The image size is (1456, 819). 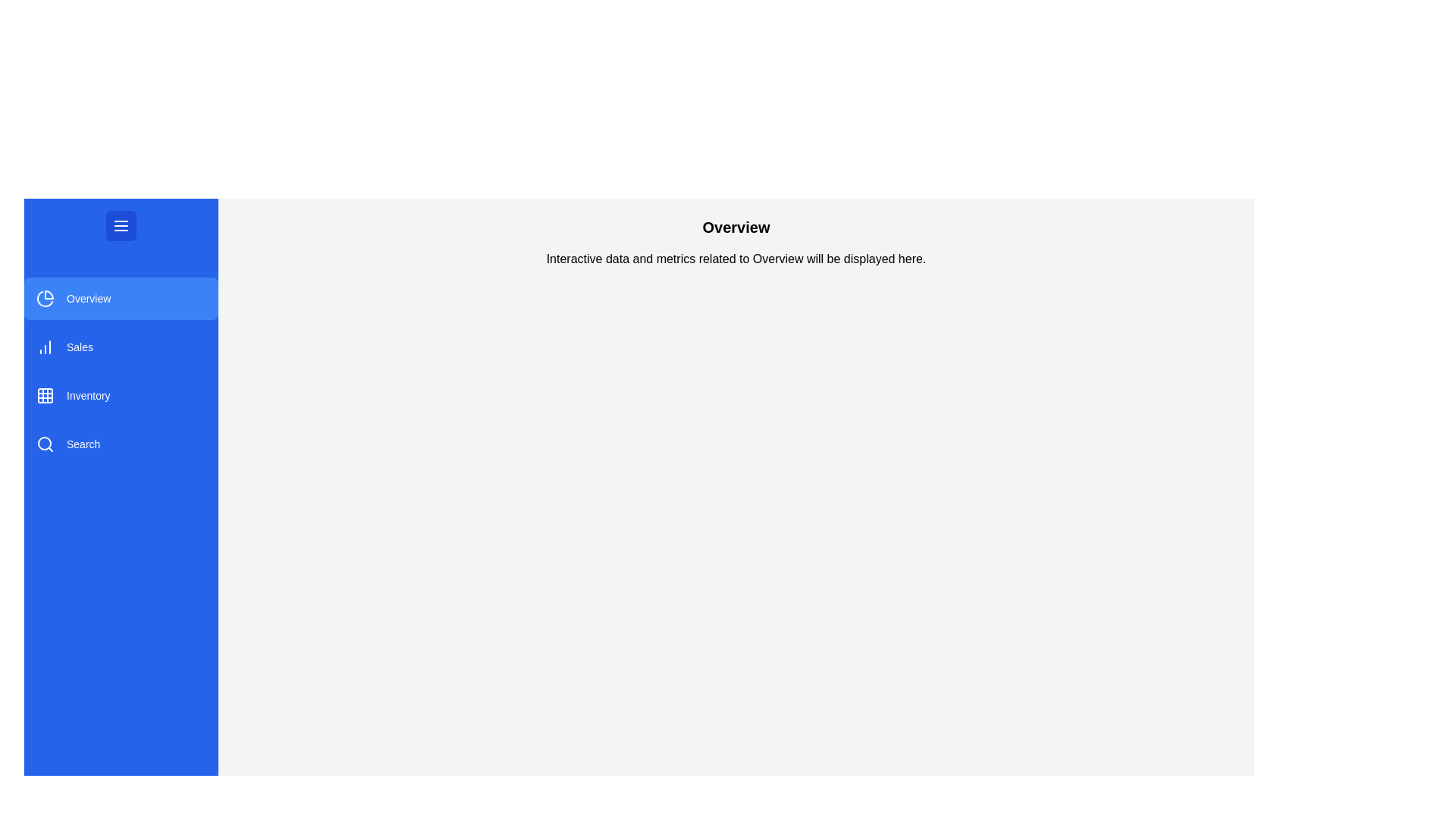 I want to click on the module Overview from the sidebar menu, so click(x=120, y=298).